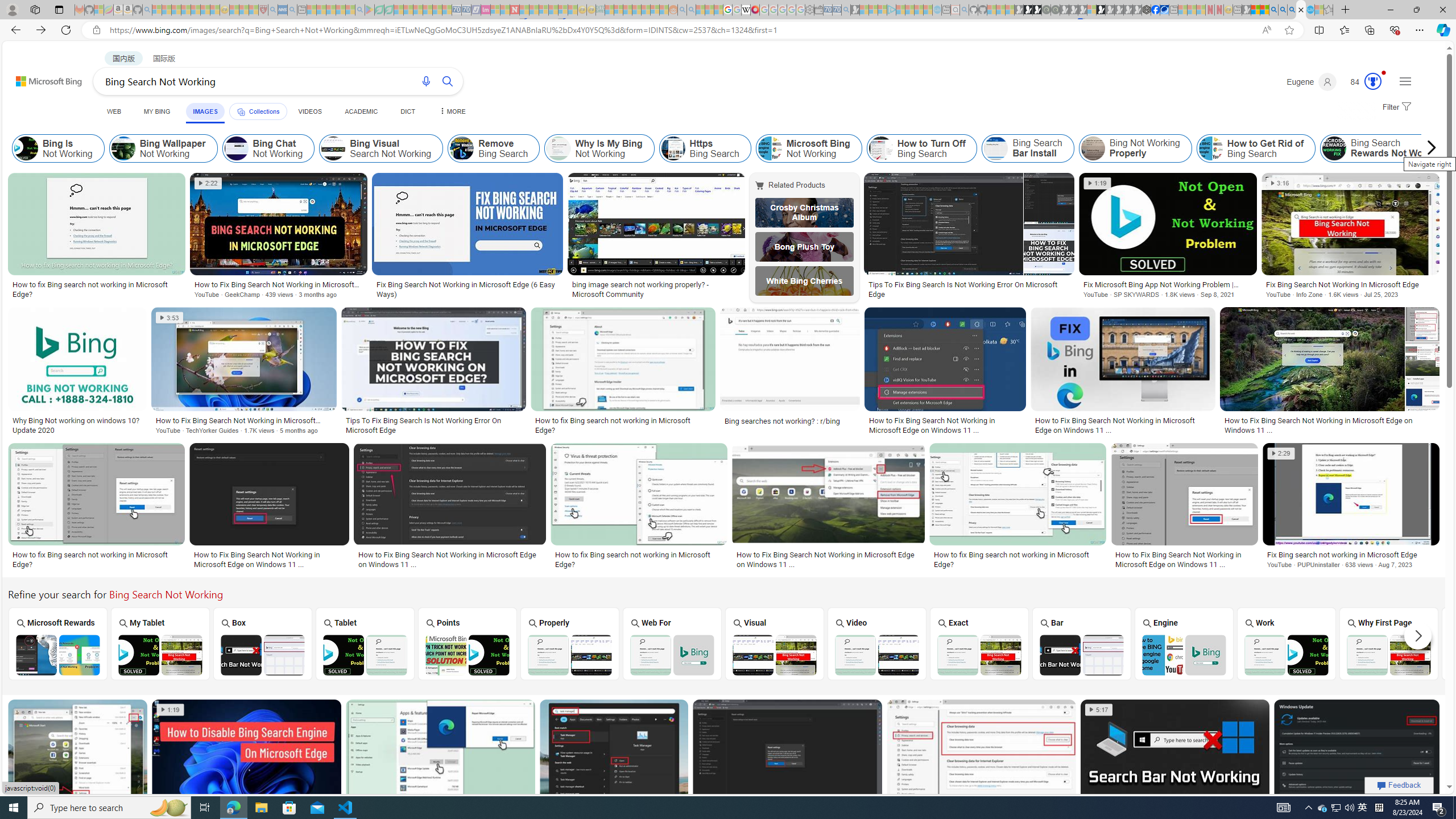 The height and width of the screenshot is (819, 1456). What do you see at coordinates (262, 643) in the screenshot?
I see `'Bing Search Box Not Working Box'` at bounding box center [262, 643].